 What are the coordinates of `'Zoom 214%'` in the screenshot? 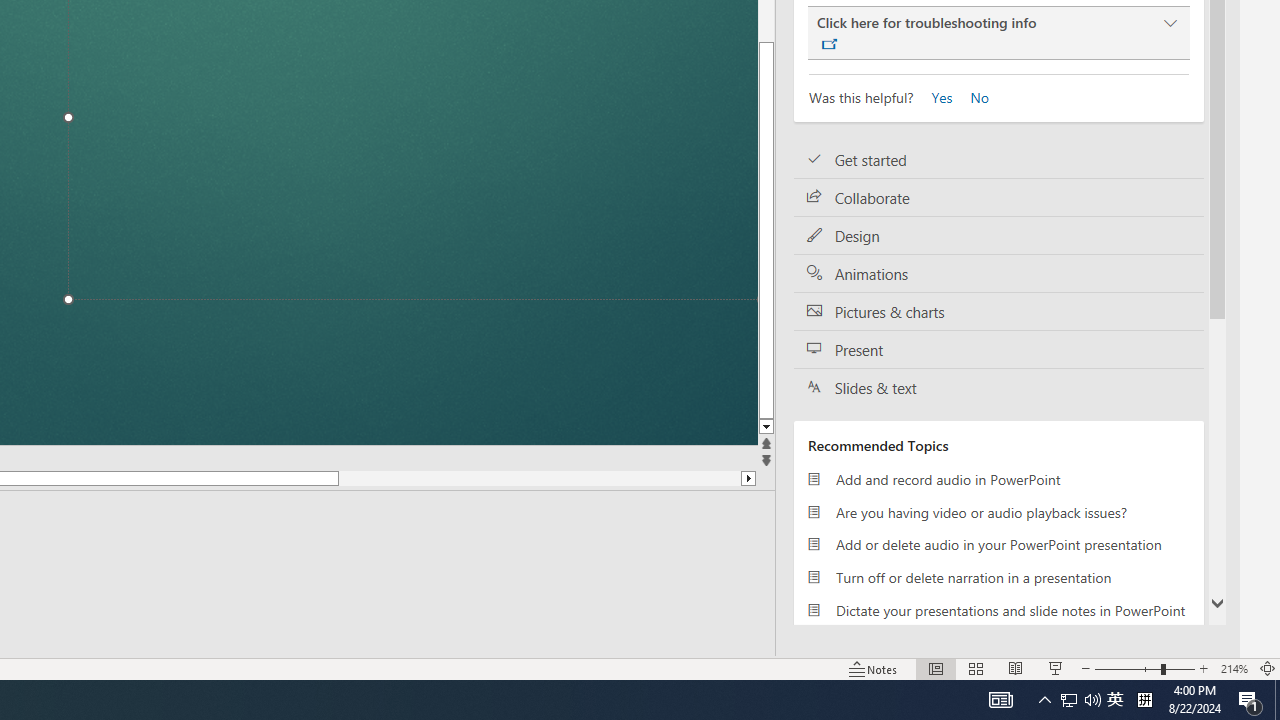 It's located at (1233, 669).